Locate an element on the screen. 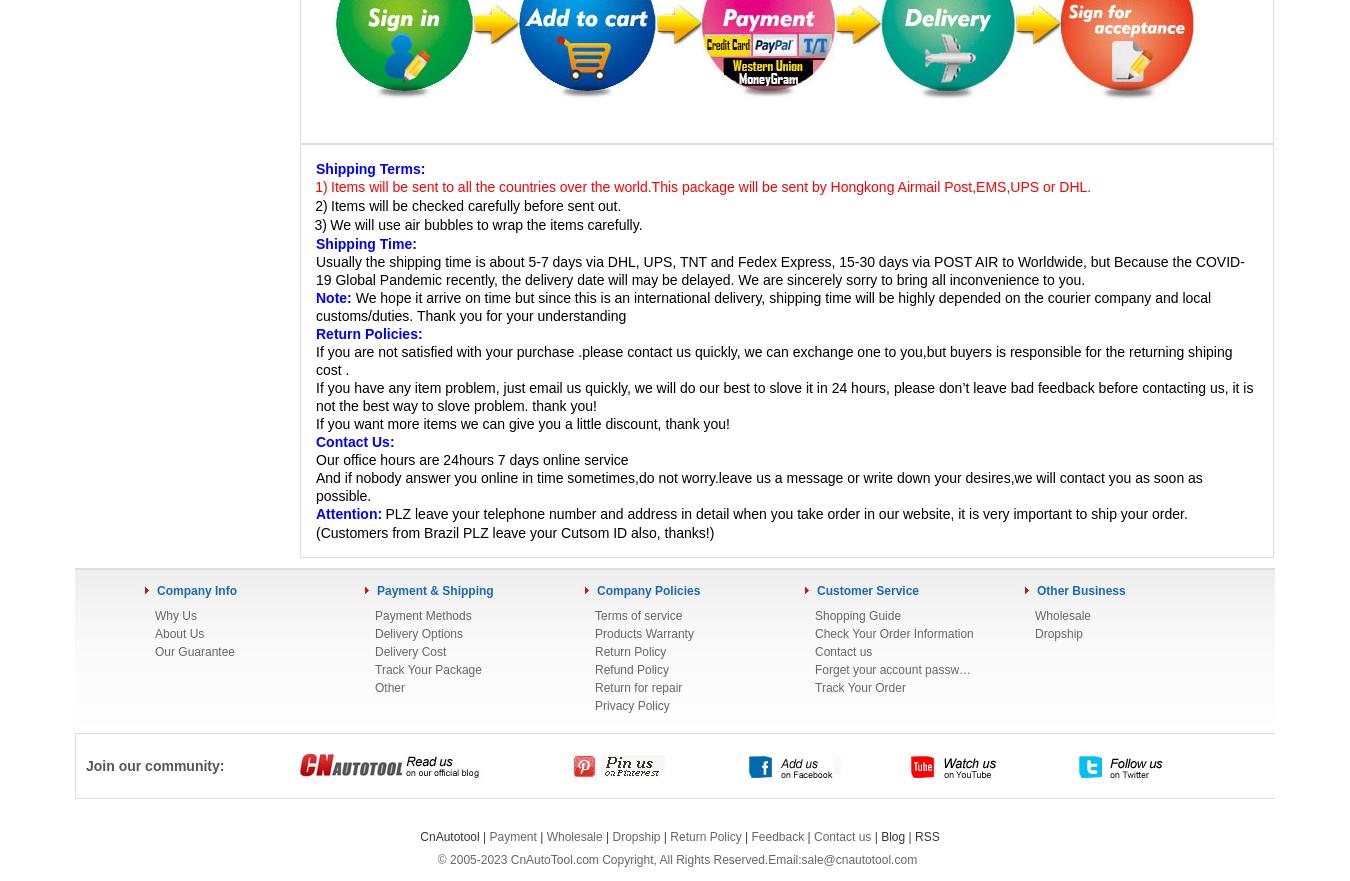 The height and width of the screenshot is (881, 1350). 'Payment' is located at coordinates (513, 836).